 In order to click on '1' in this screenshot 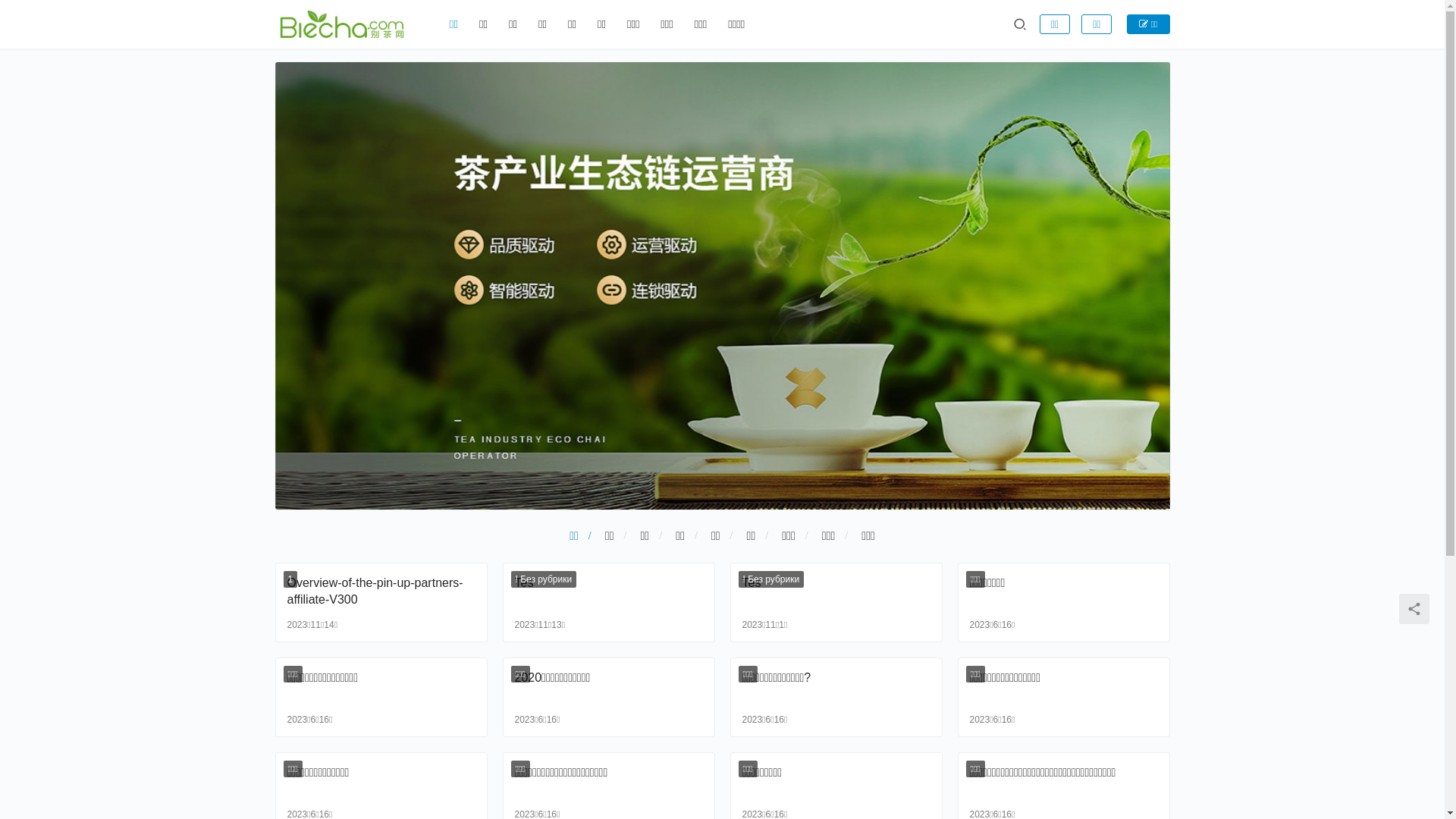, I will do `click(290, 579)`.